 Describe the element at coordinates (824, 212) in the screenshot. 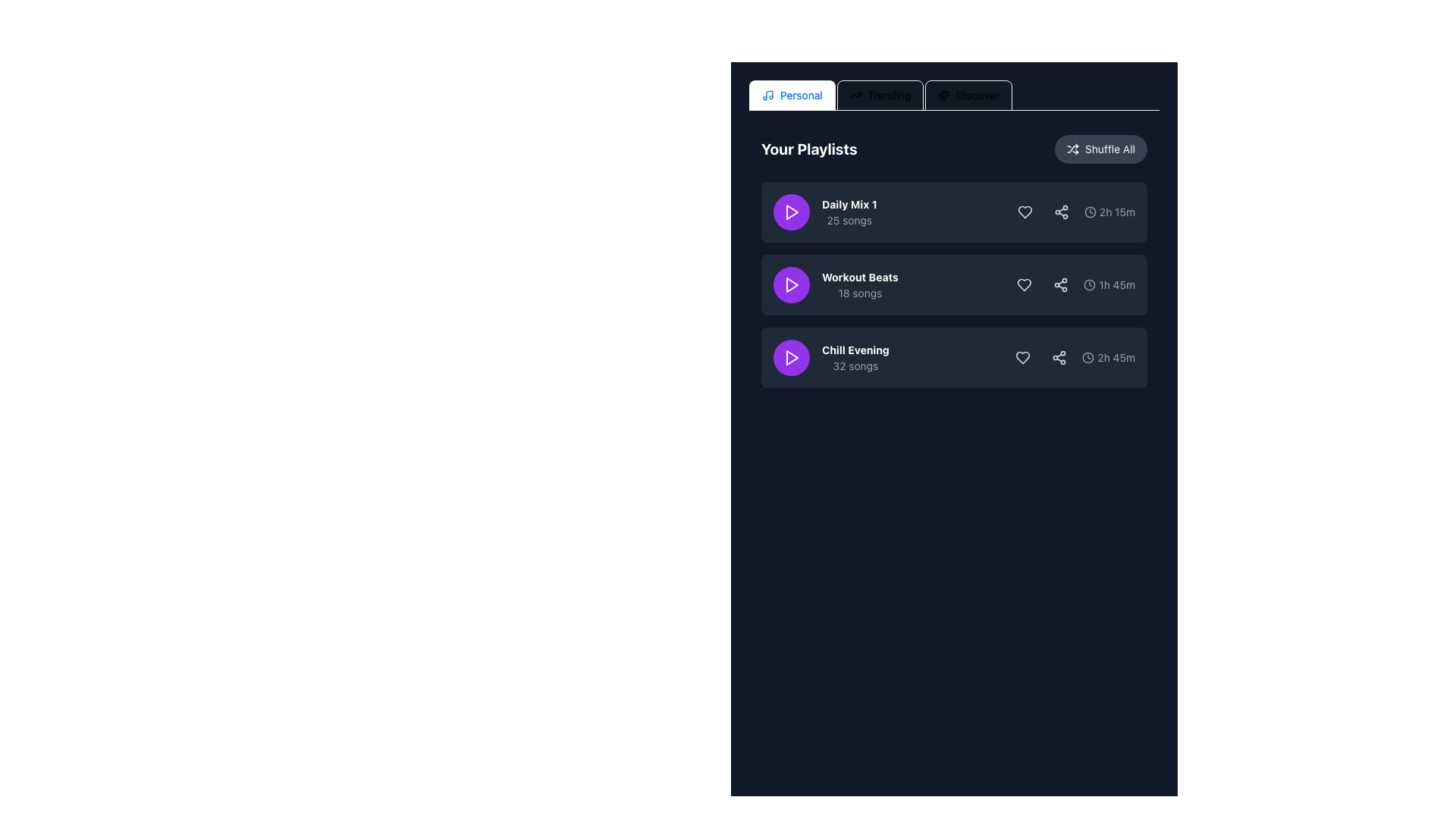

I see `text label for the playlist titled 'Daily Mix 1' which shows '25 songs' next to the purple button in the first row under 'Your Playlists'` at that location.